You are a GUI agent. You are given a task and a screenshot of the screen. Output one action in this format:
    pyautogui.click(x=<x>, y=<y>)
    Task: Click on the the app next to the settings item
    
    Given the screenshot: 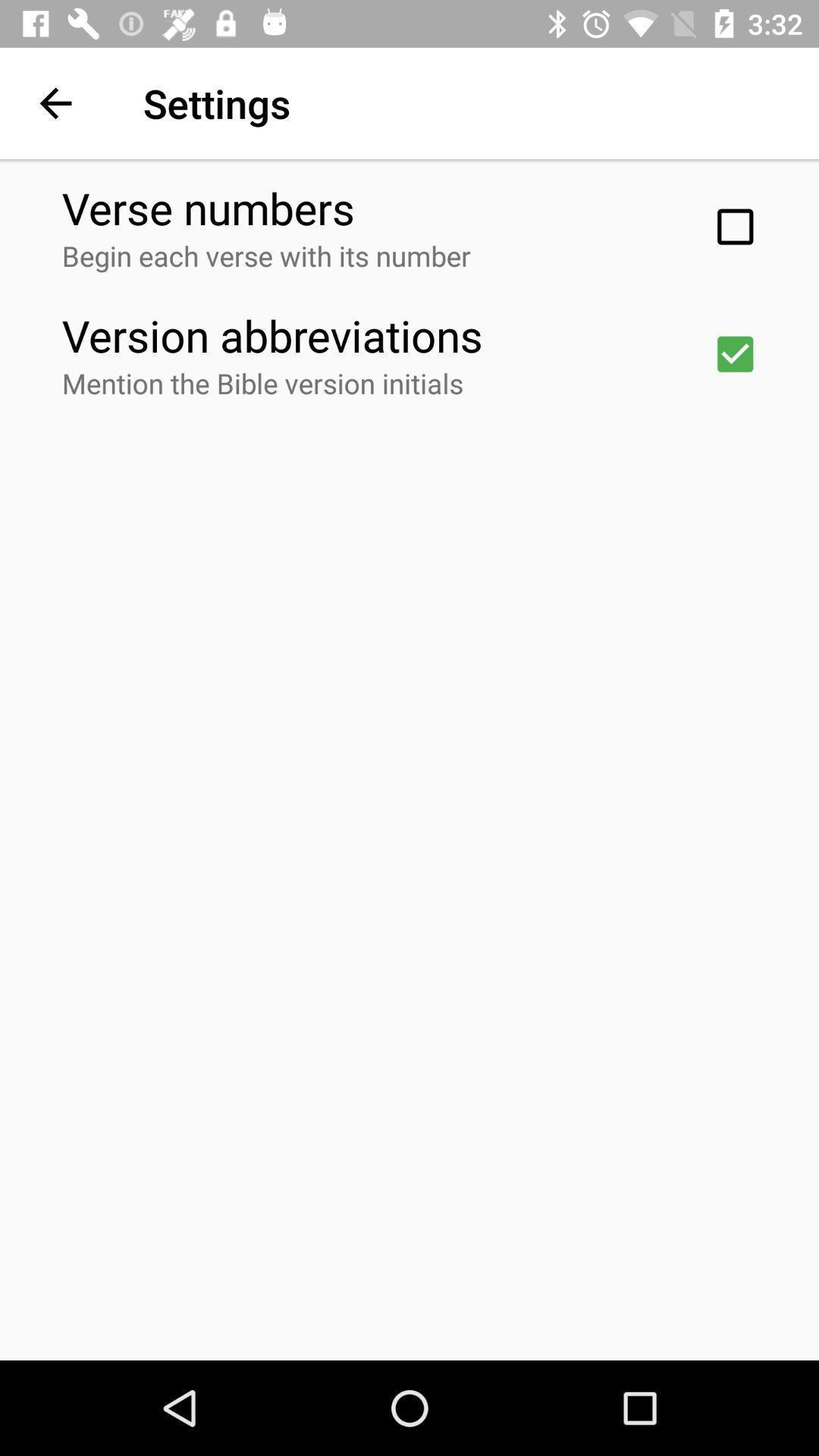 What is the action you would take?
    pyautogui.click(x=55, y=102)
    